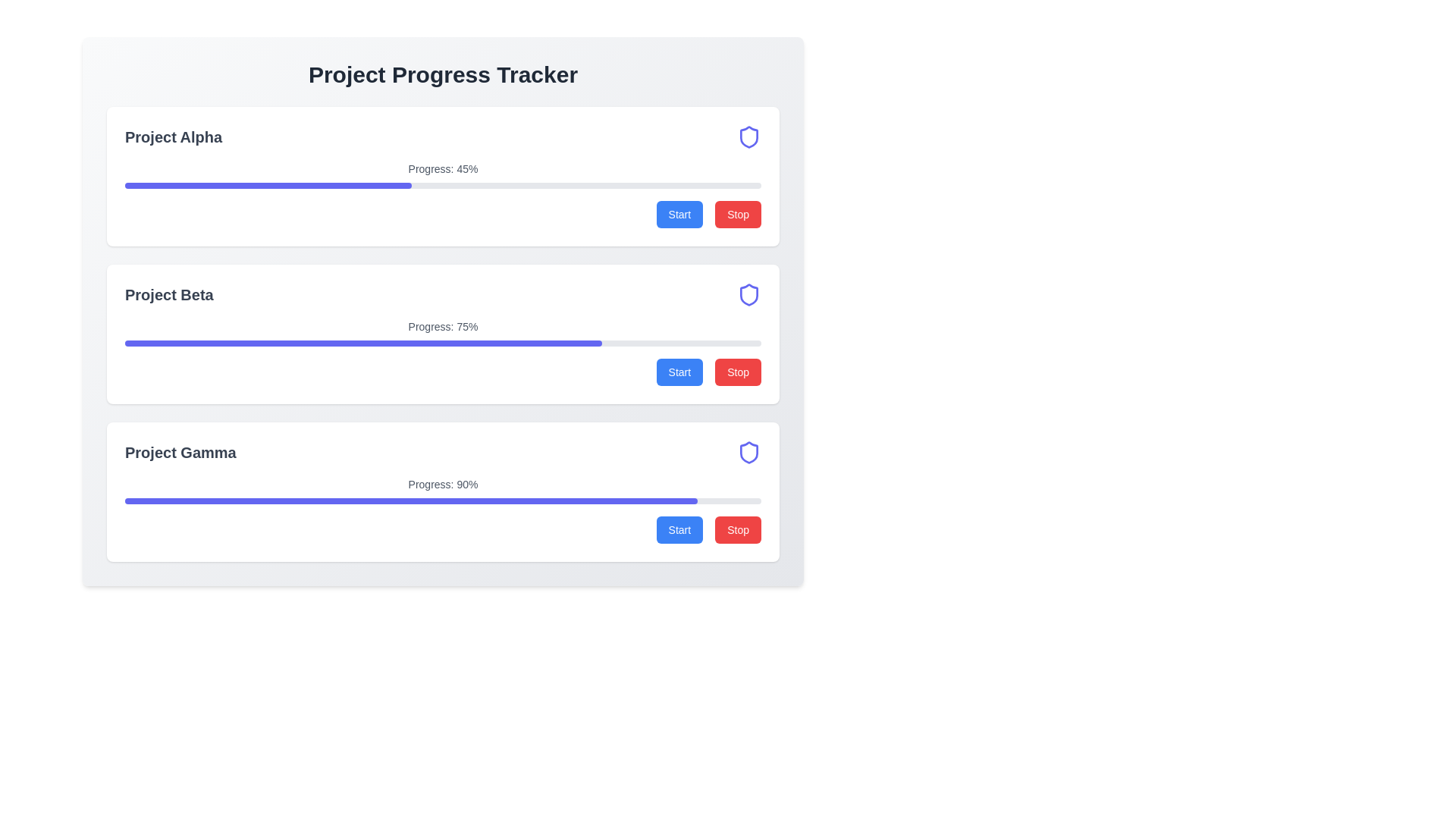 Image resolution: width=1456 pixels, height=819 pixels. What do you see at coordinates (180, 452) in the screenshot?
I see `the header element labeled 'Project Gamma' for accessibility purposes` at bounding box center [180, 452].